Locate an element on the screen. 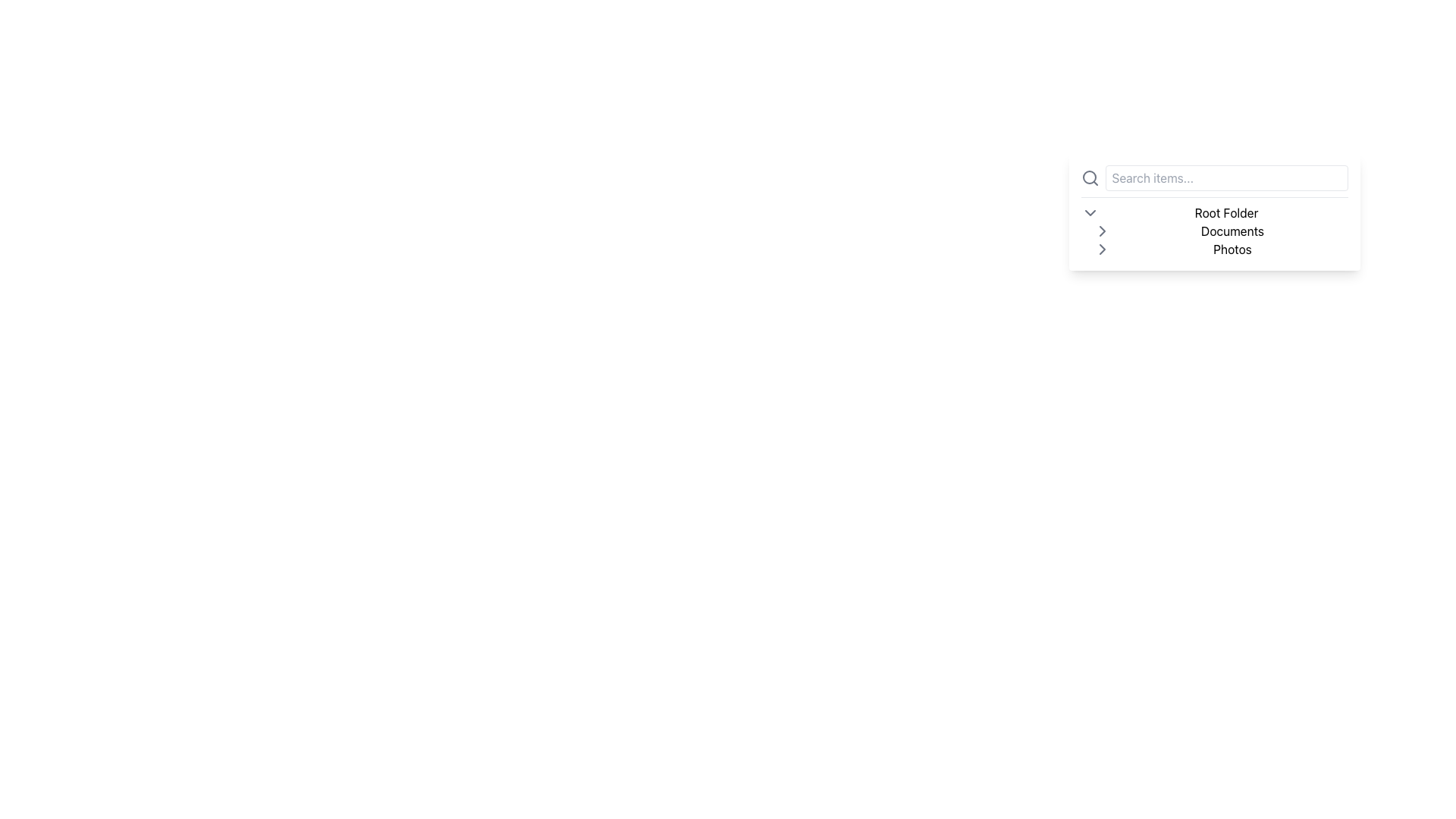 This screenshot has height=819, width=1456. the 'Root Folder' text label, which is the first item in a vertical list of folders is located at coordinates (1214, 213).